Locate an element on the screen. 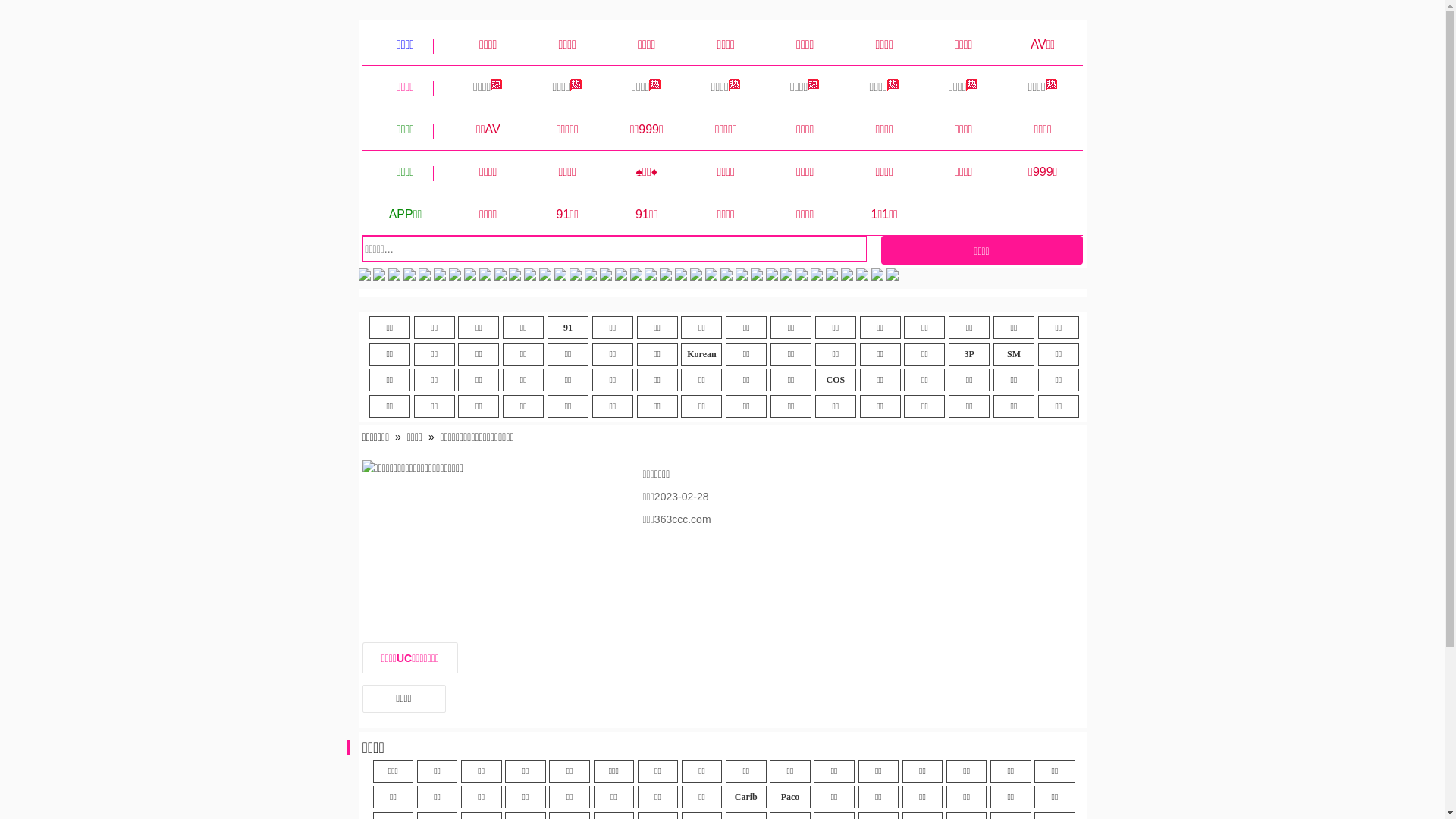 Image resolution: width=1456 pixels, height=819 pixels. 'Paco' is located at coordinates (789, 795).